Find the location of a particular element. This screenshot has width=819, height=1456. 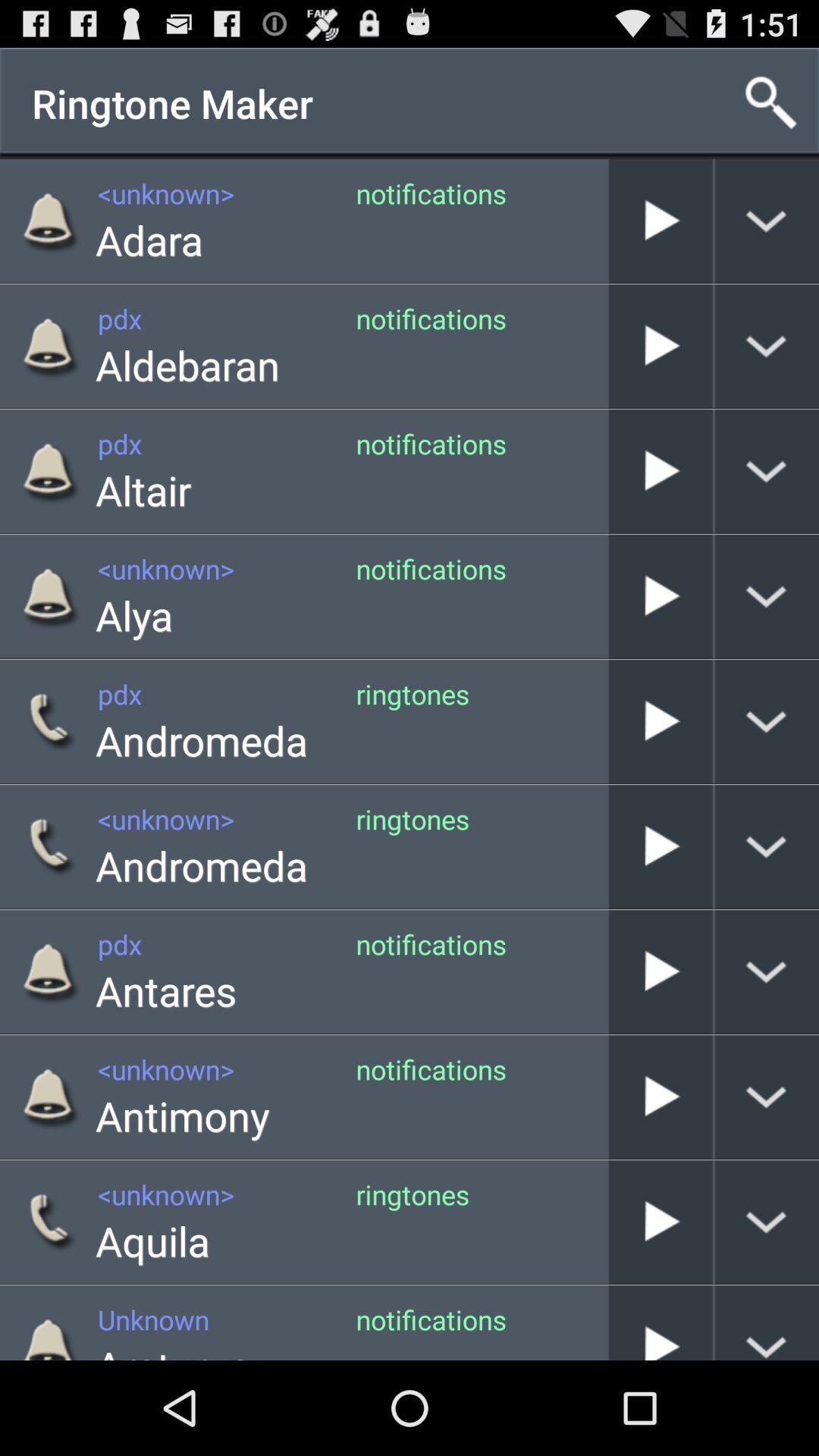

message is located at coordinates (660, 1322).